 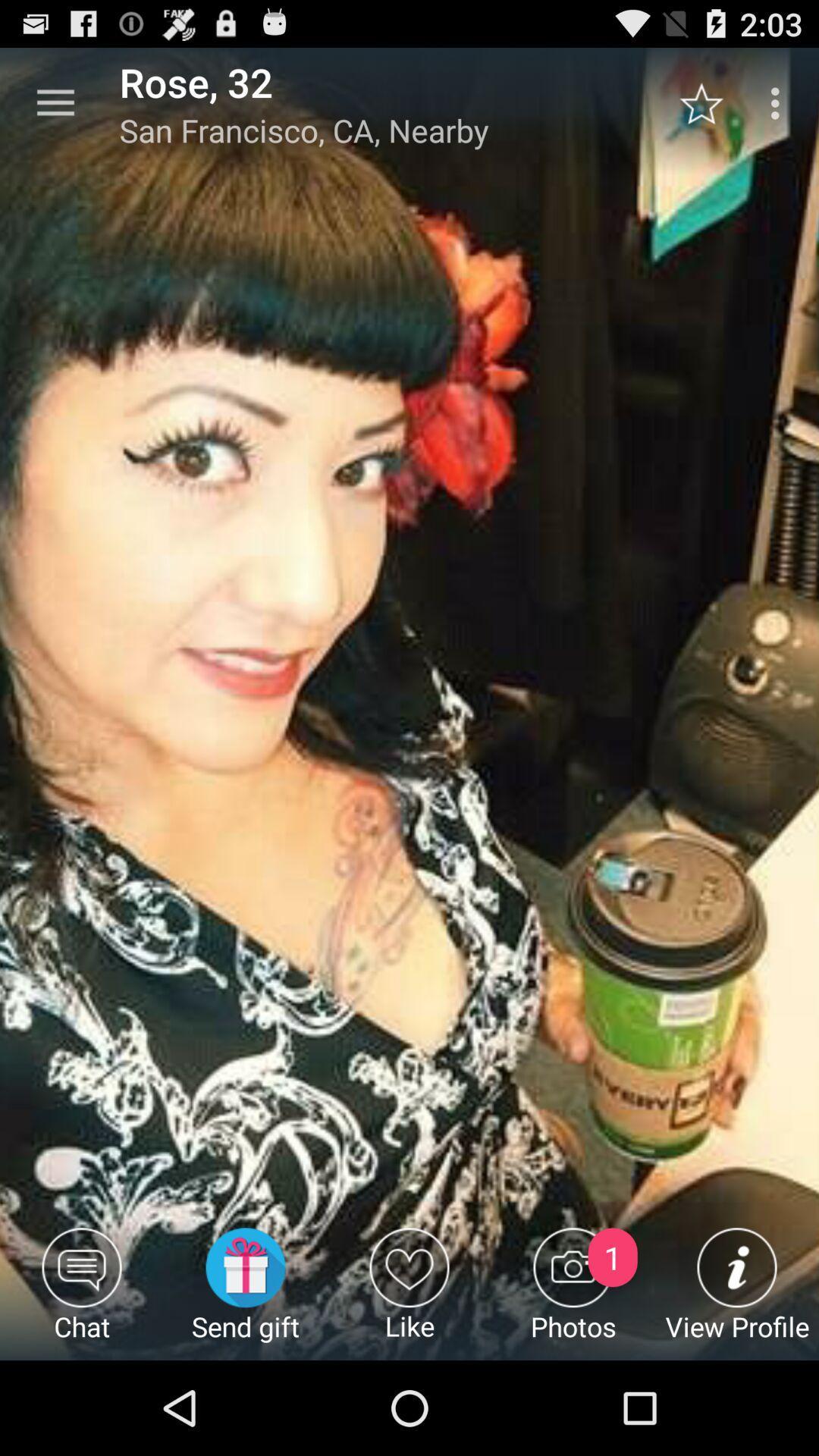 What do you see at coordinates (409, 1293) in the screenshot?
I see `item next to the photos` at bounding box center [409, 1293].